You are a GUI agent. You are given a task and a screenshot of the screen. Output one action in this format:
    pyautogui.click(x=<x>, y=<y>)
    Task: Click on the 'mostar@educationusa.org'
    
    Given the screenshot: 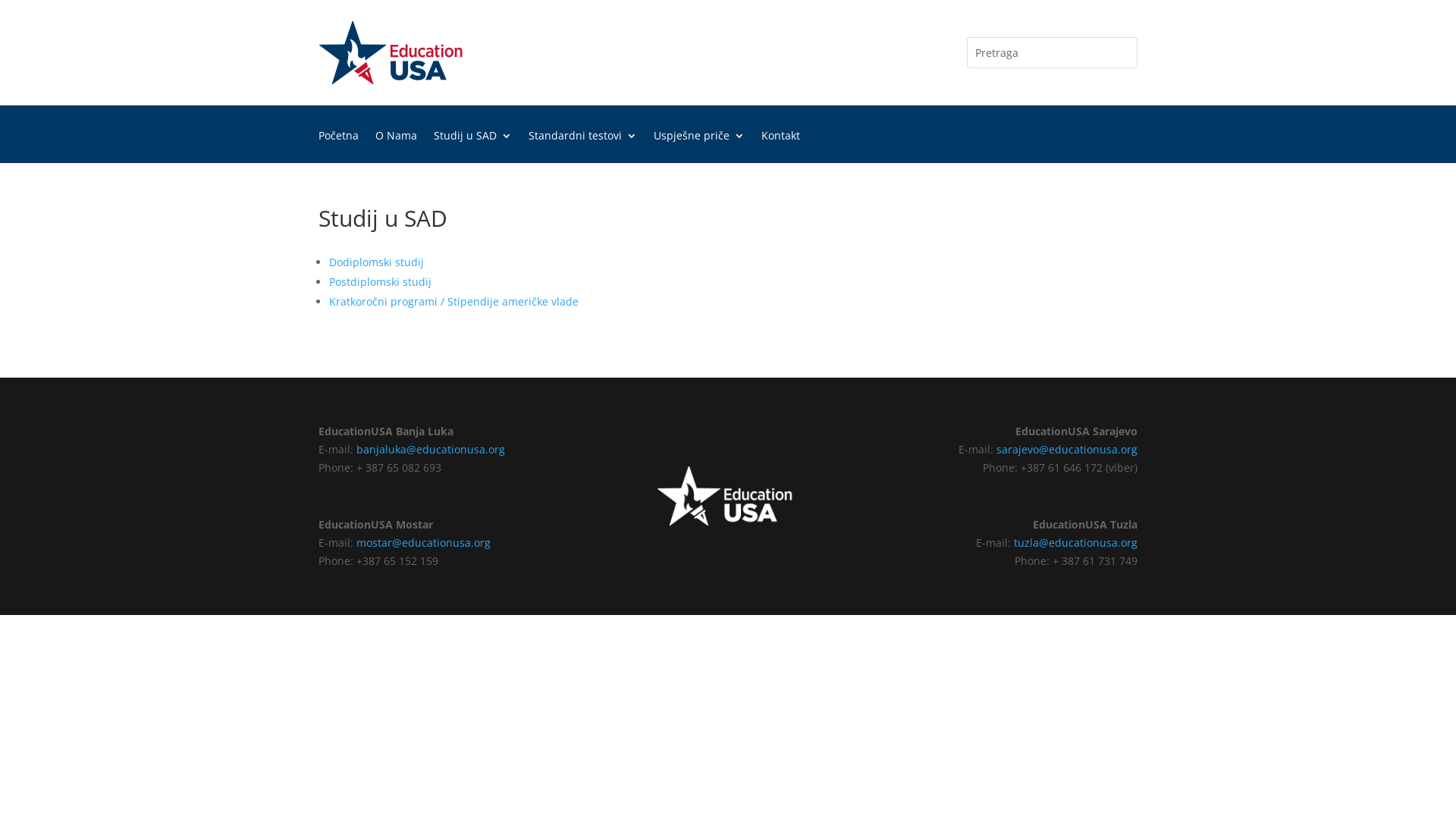 What is the action you would take?
    pyautogui.click(x=423, y=541)
    